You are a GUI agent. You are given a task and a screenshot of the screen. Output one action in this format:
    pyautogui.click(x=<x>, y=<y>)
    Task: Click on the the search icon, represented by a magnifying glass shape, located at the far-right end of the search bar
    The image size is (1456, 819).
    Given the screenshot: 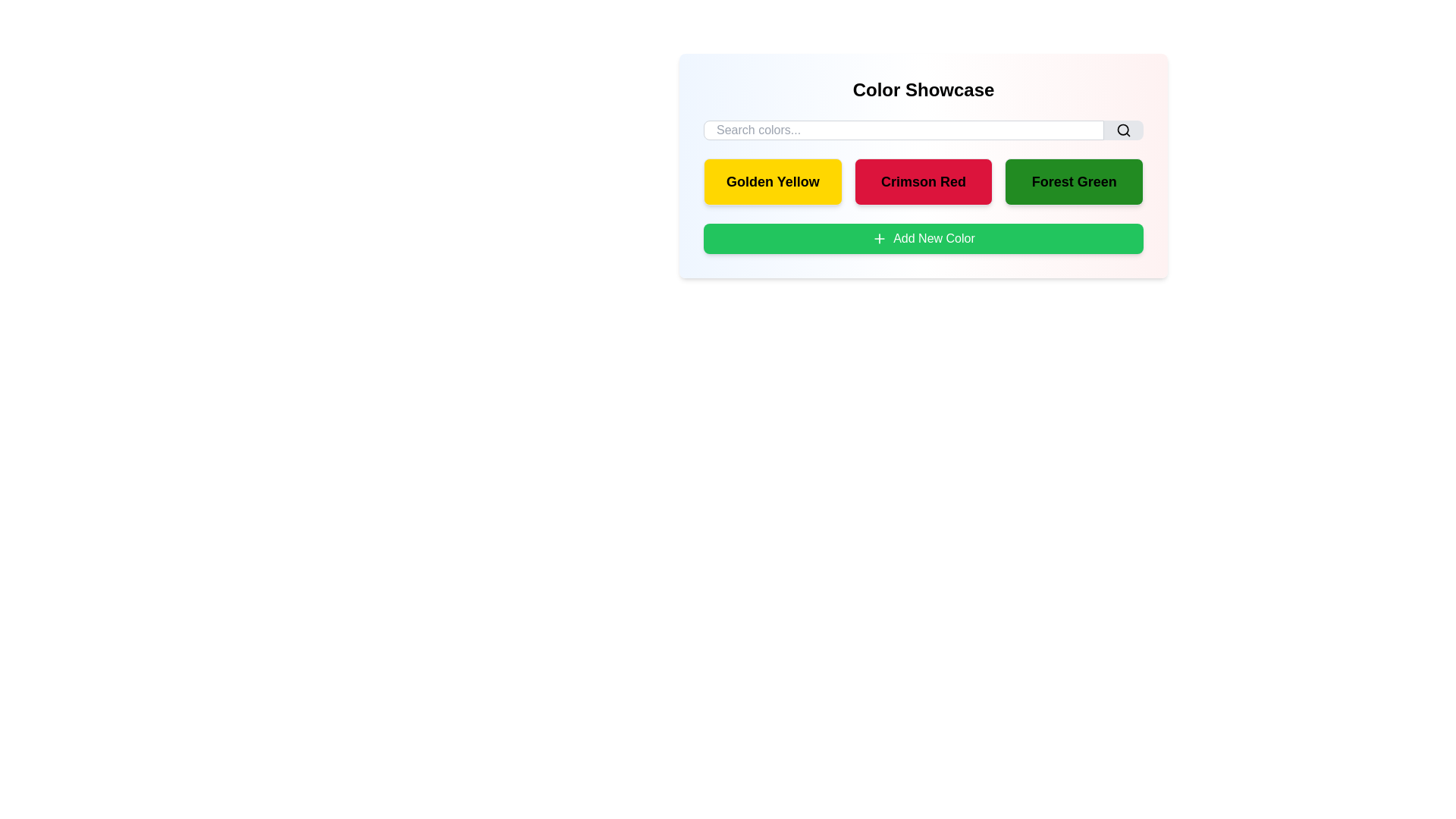 What is the action you would take?
    pyautogui.click(x=1124, y=130)
    